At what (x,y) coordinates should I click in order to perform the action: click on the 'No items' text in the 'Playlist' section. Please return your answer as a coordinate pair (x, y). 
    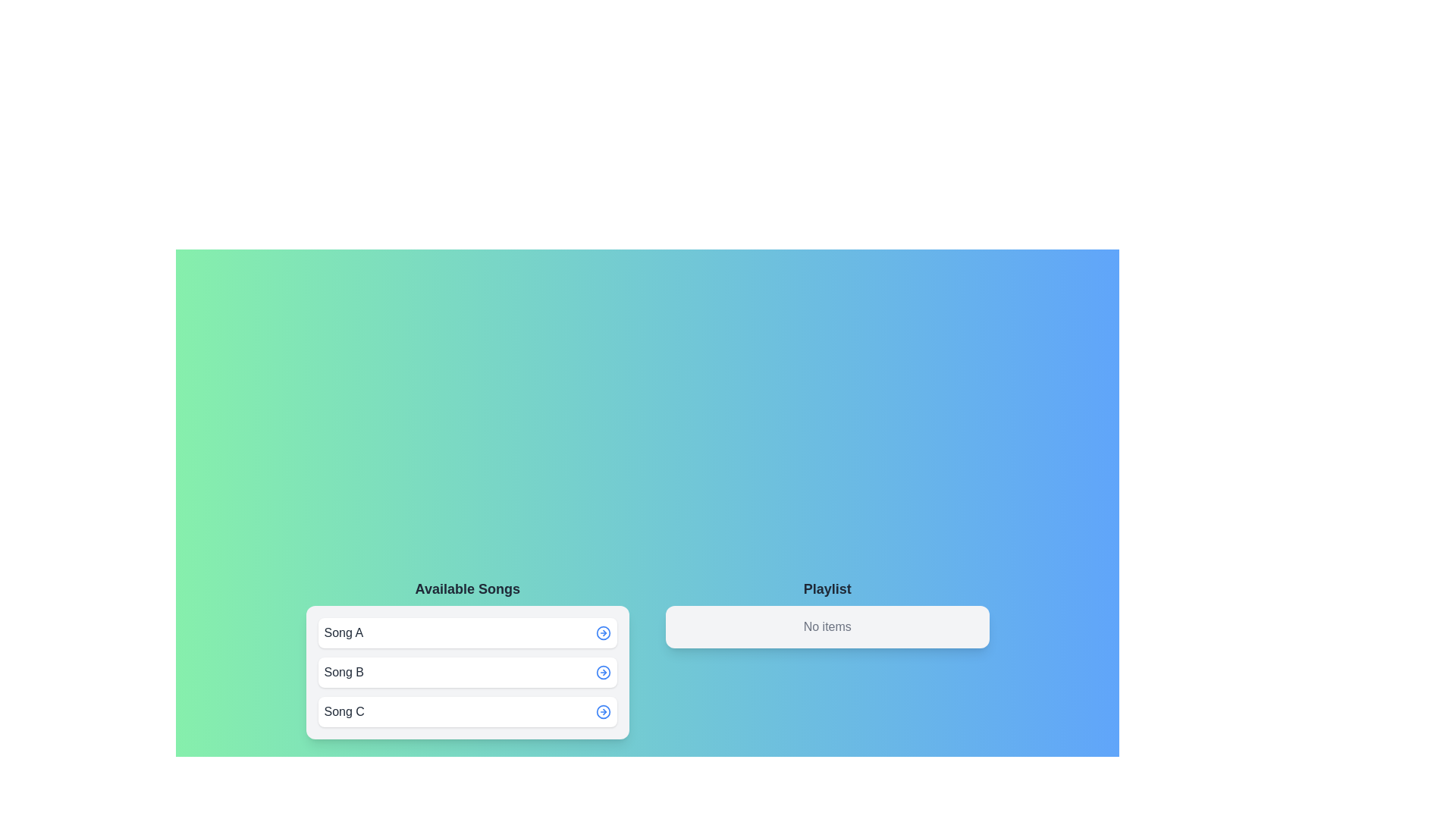
    Looking at the image, I should click on (826, 626).